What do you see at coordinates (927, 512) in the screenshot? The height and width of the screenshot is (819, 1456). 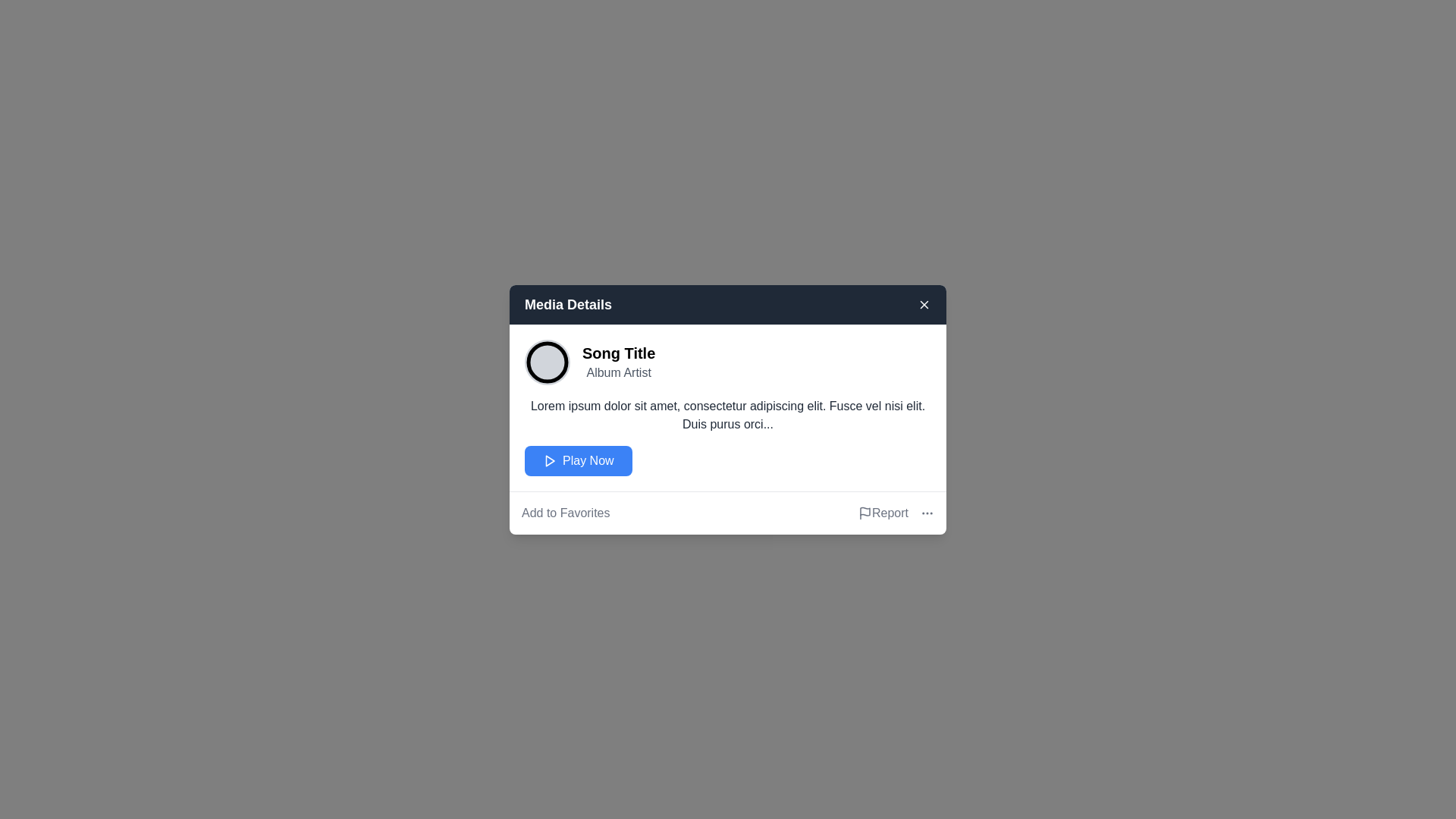 I see `the context menu button located at the bottom-right corner of the modal dialog box, adjacent to the 'Report' button` at bounding box center [927, 512].